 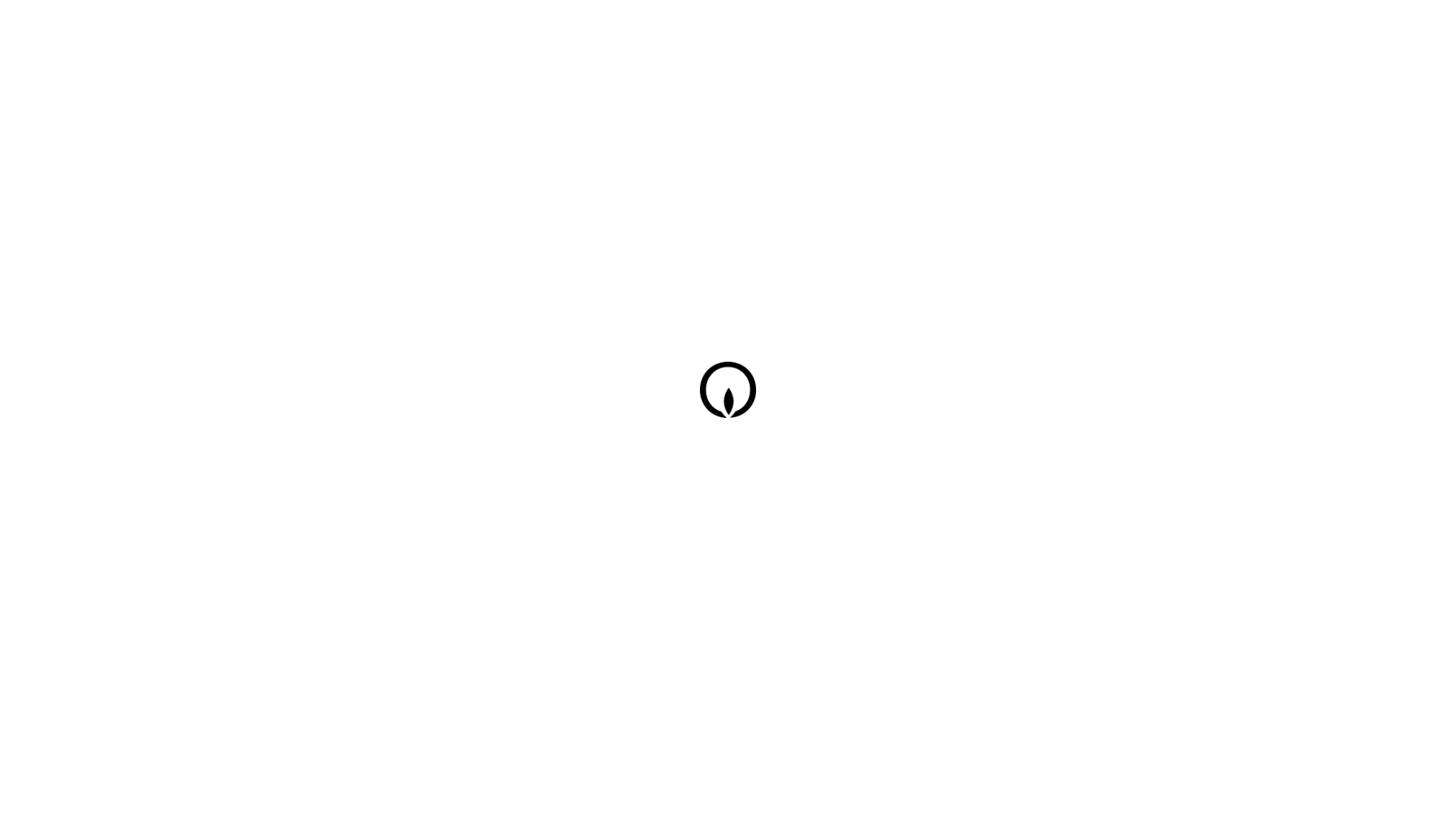 I want to click on 'eroma logo', so click(x=731, y=391).